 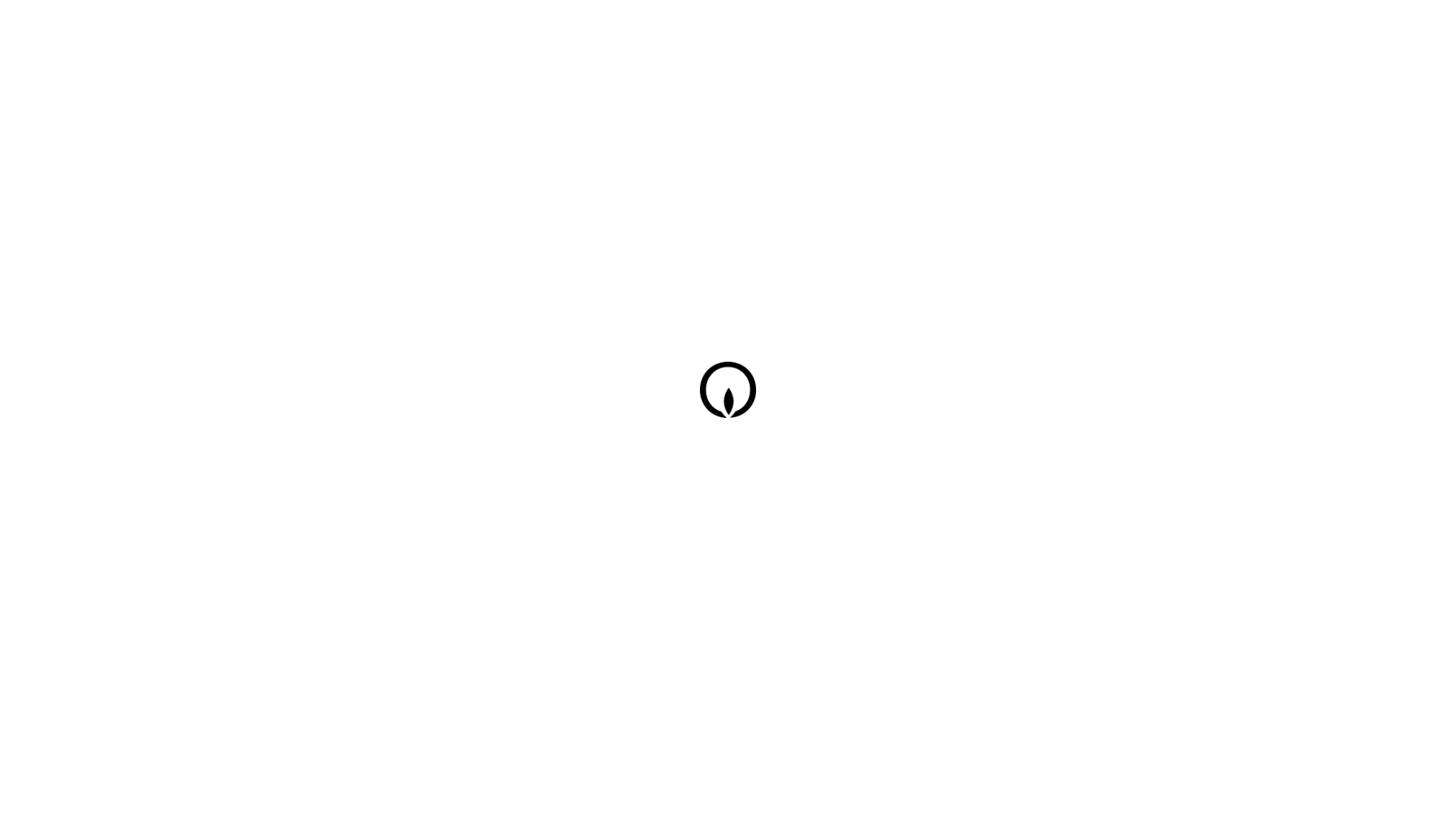 I want to click on 'eroma logo', so click(x=731, y=391).